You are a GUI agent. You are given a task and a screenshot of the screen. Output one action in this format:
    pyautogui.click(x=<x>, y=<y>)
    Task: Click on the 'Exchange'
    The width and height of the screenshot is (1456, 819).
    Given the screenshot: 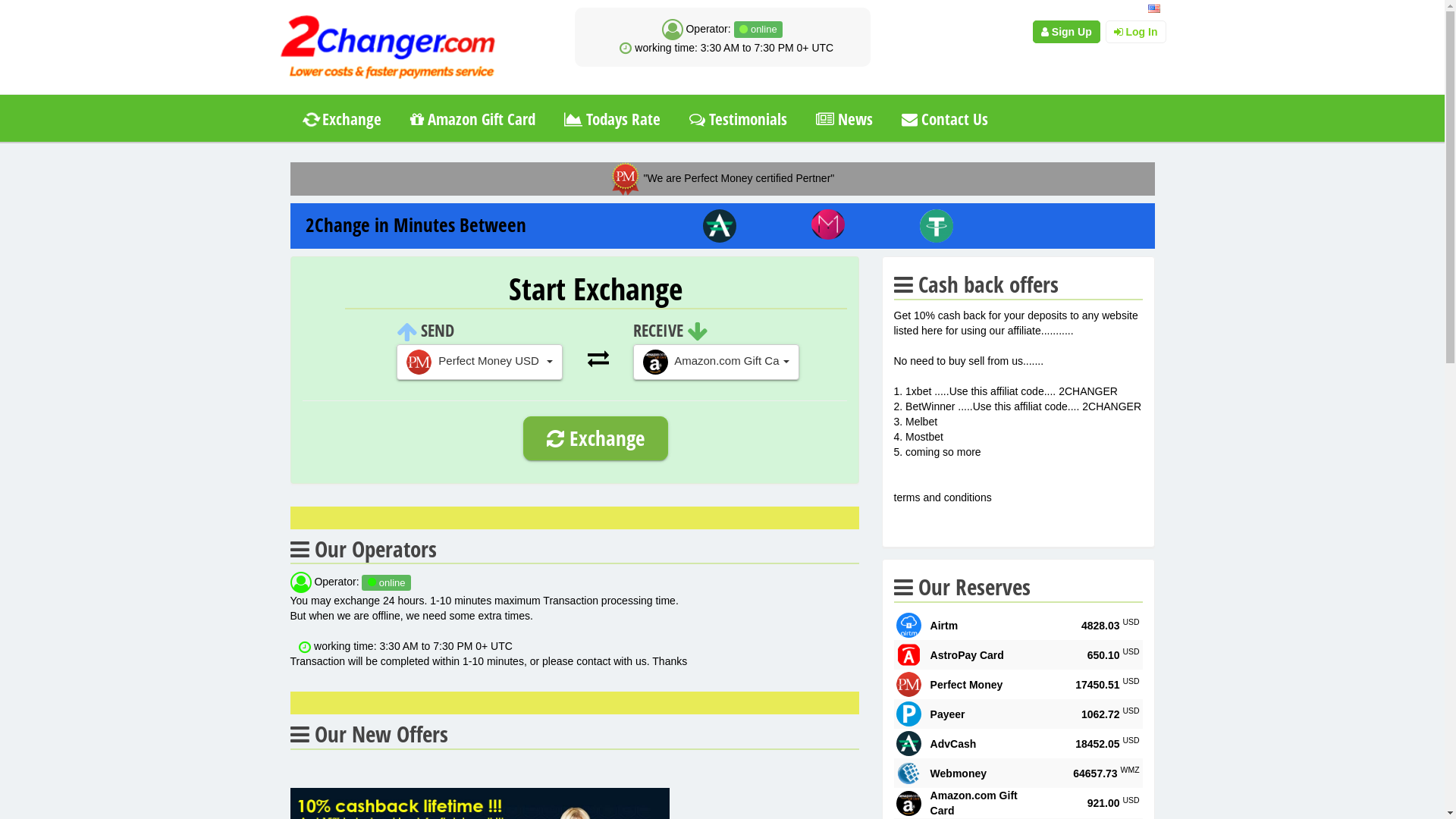 What is the action you would take?
    pyautogui.click(x=341, y=118)
    